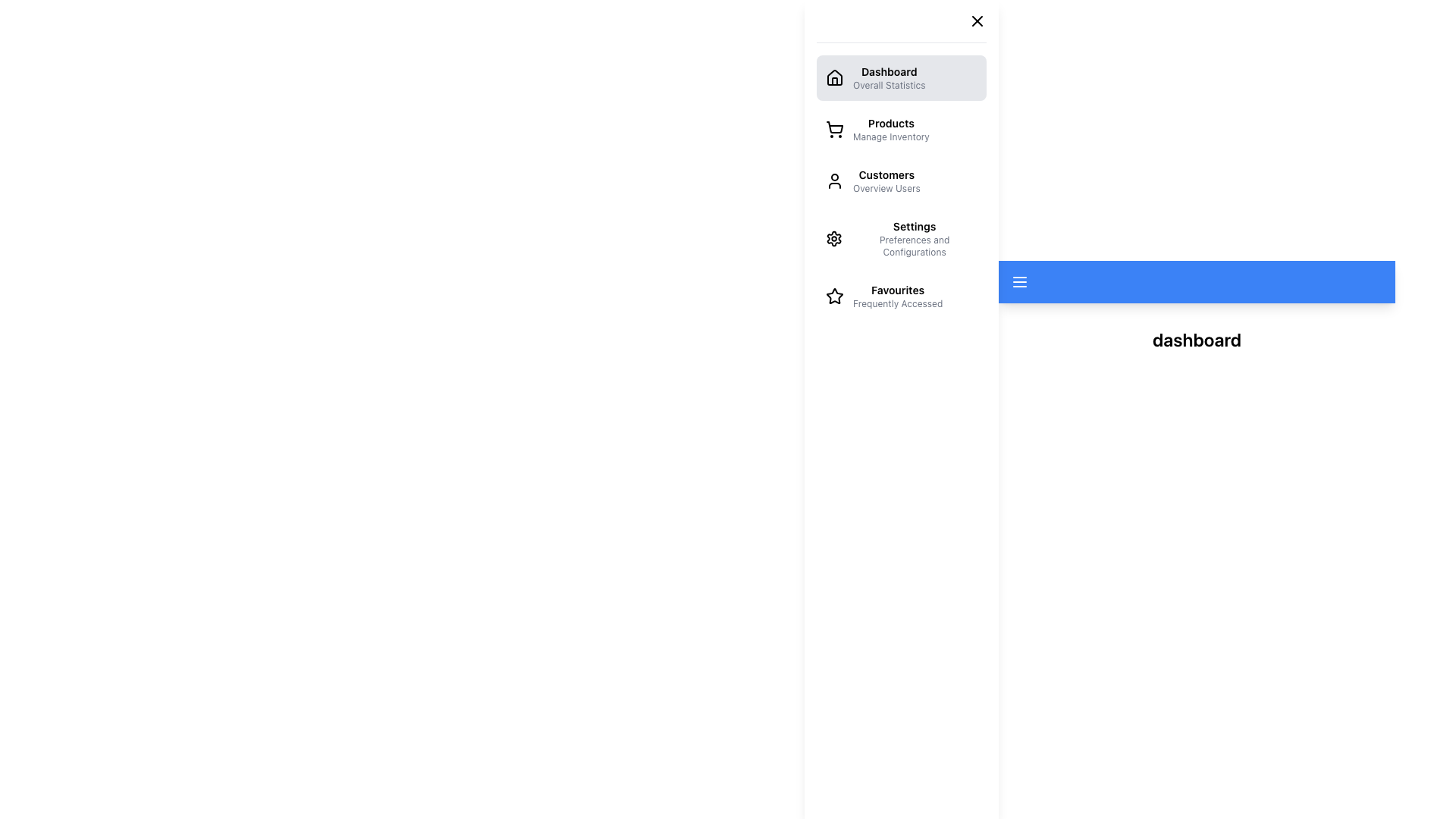  I want to click on 'Settings' text label which is the fourth entry in the vertical menu on the left side of the interface, consisting of a bold 'Settings' title and a gray subtitle 'Preferences and Configurations', so click(914, 239).